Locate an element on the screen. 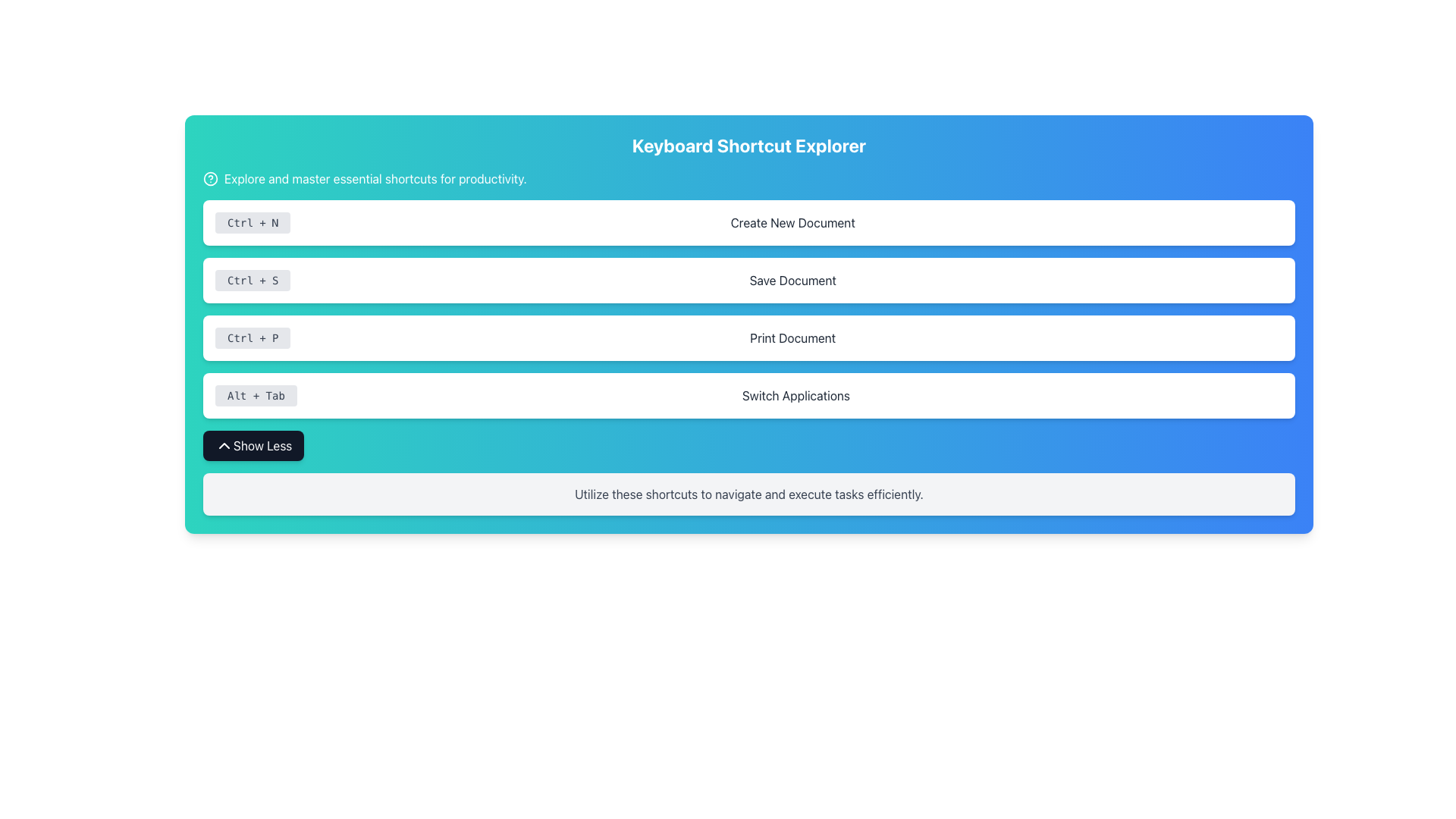 This screenshot has width=1456, height=819. the text label displaying the keyboard shortcut 'Alt + Tab', which is located in the fourth row of the shortcut list, left-aligned next to the 'Switch Applications' label is located at coordinates (256, 394).